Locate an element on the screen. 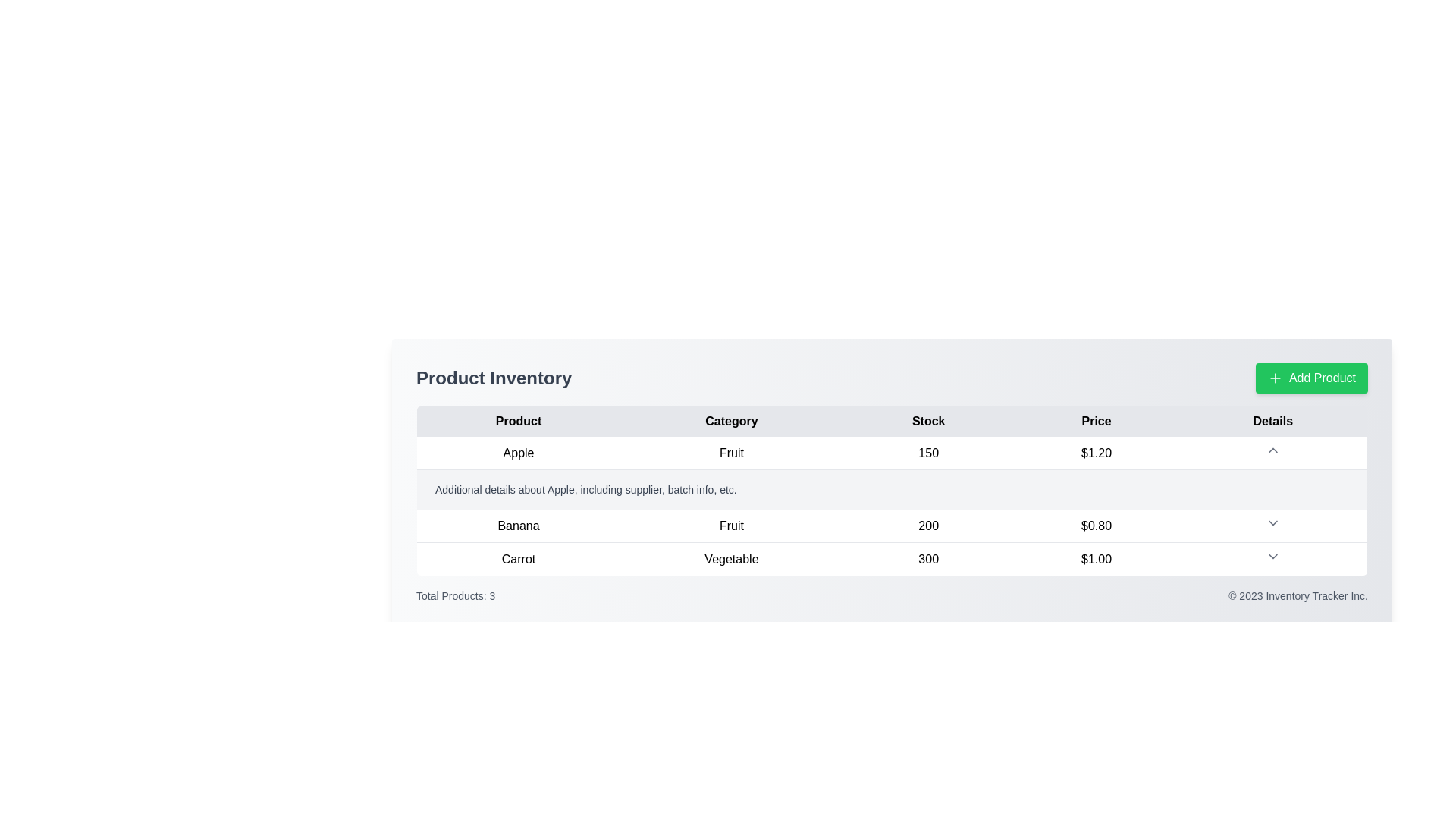  the text label displaying the word 'Fruit', which is a black sans-serif font centered within a light background, located in the Category column of the Banana row in the table is located at coordinates (731, 525).